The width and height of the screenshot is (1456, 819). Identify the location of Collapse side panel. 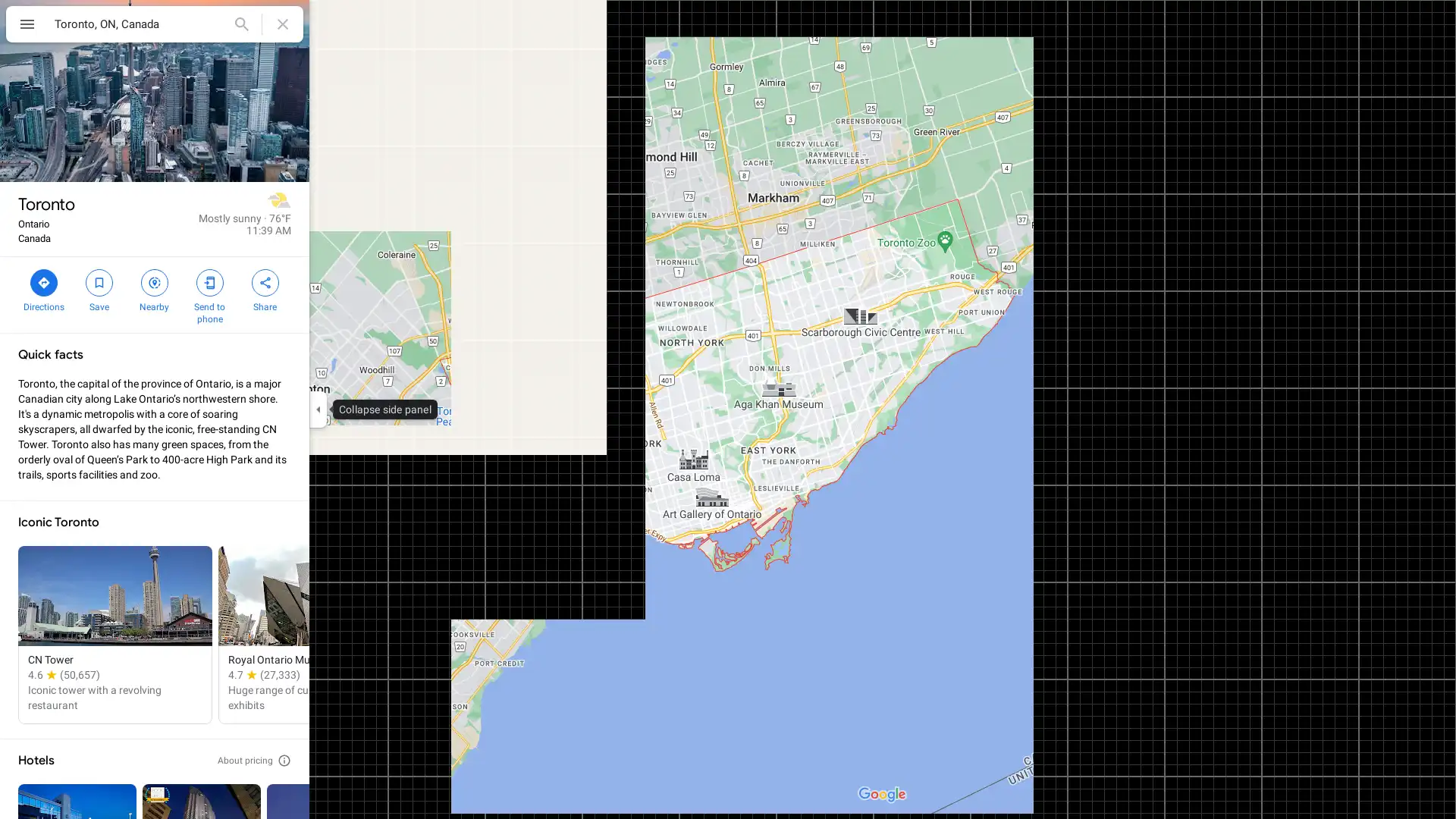
(317, 409).